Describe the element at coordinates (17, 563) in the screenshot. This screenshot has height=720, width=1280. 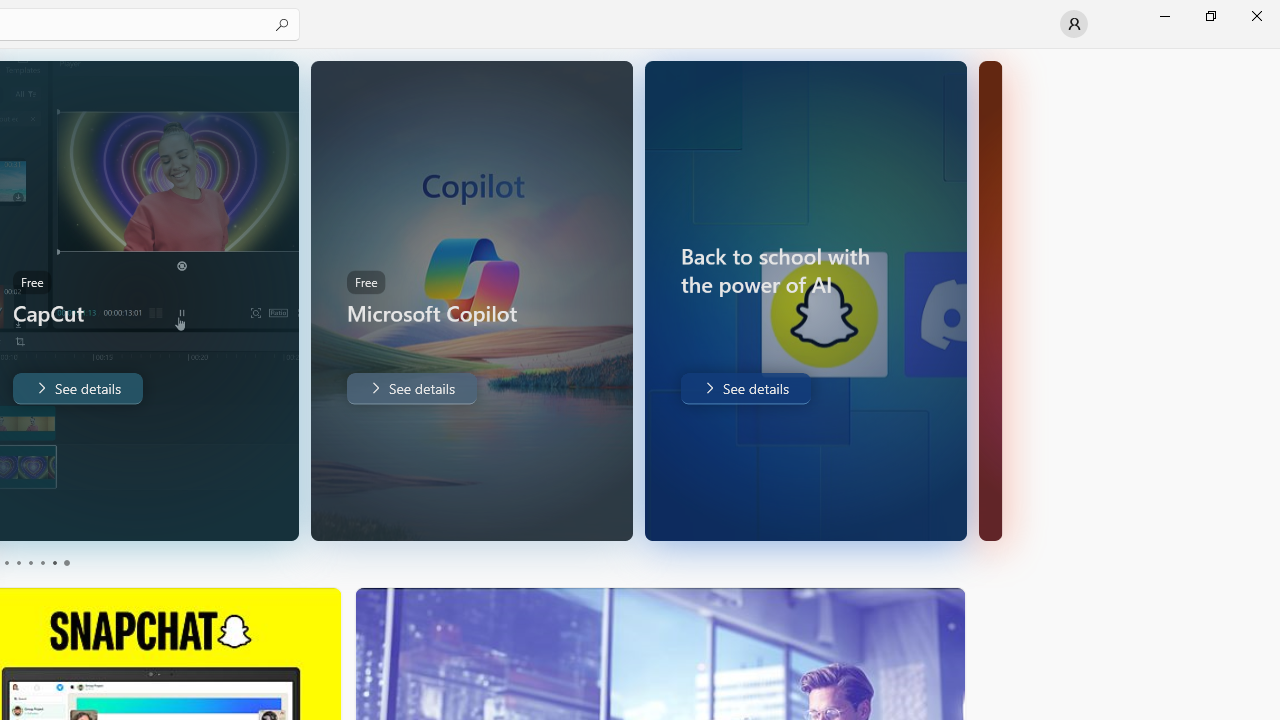
I see `'Page 2'` at that location.